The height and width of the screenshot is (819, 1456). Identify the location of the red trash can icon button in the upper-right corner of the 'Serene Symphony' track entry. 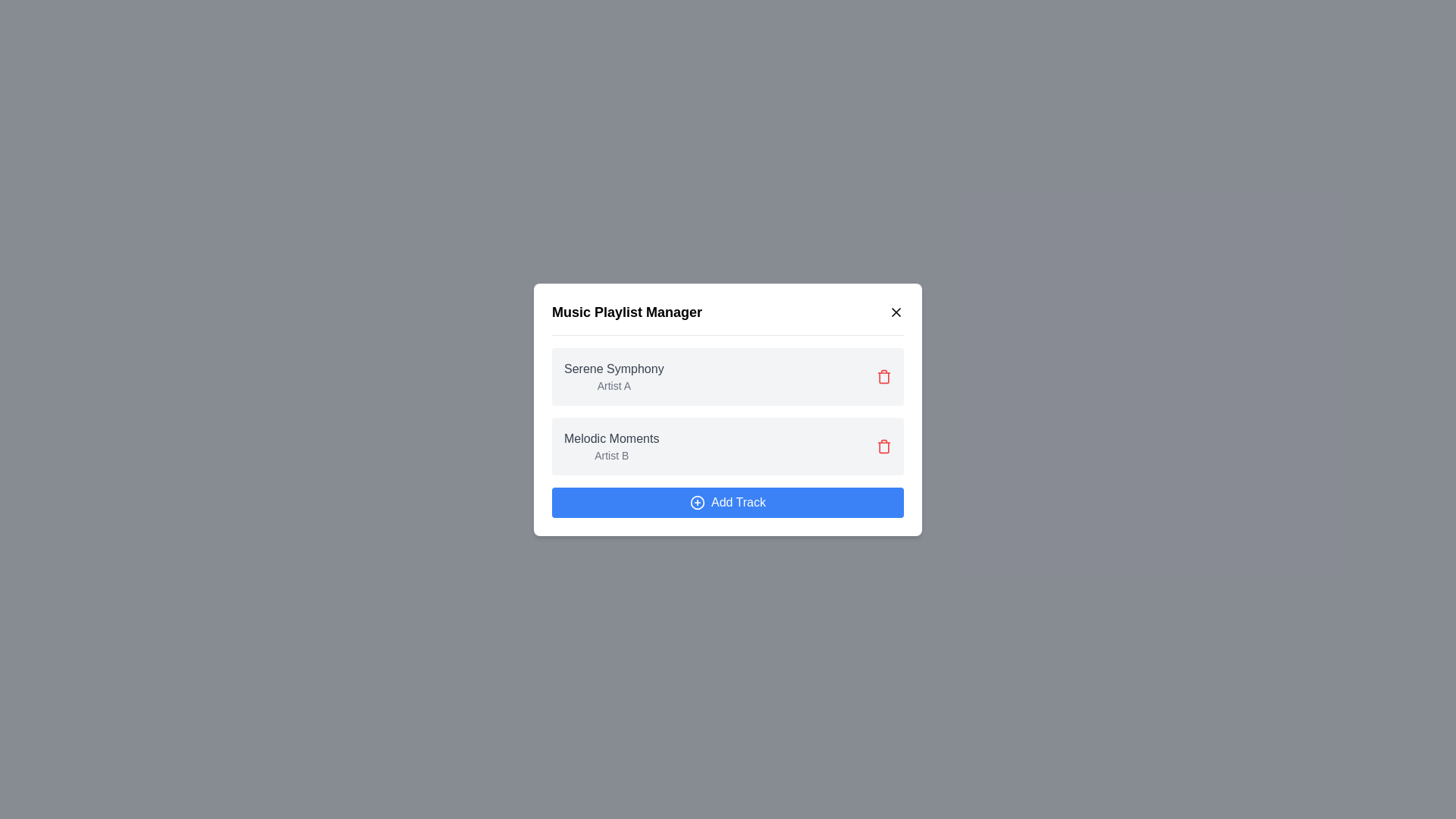
(884, 375).